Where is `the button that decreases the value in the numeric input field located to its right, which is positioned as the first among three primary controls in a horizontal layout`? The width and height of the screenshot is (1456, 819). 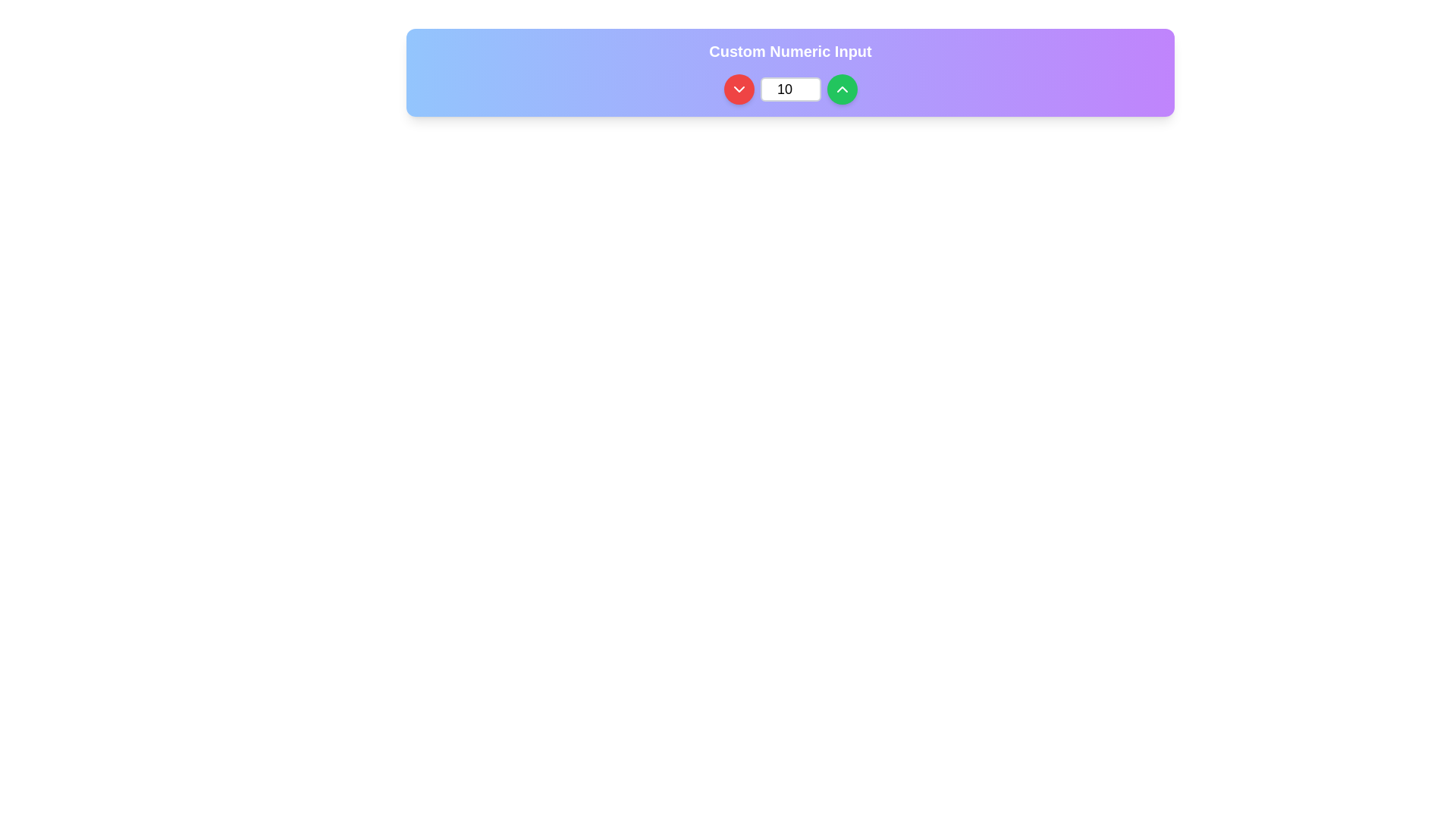
the button that decreases the value in the numeric input field located to its right, which is positioned as the first among three primary controls in a horizontal layout is located at coordinates (739, 89).